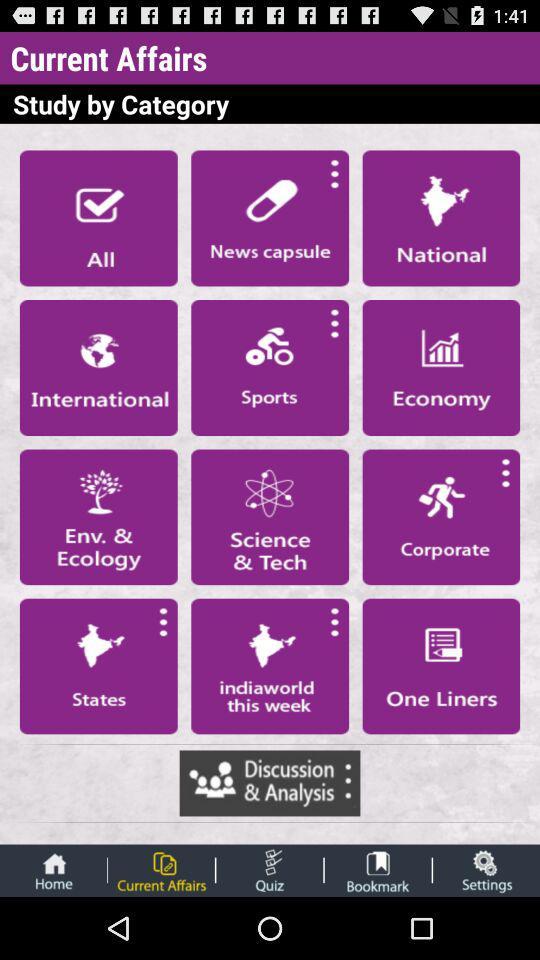 The height and width of the screenshot is (960, 540). Describe the element at coordinates (270, 666) in the screenshot. I see `open category` at that location.